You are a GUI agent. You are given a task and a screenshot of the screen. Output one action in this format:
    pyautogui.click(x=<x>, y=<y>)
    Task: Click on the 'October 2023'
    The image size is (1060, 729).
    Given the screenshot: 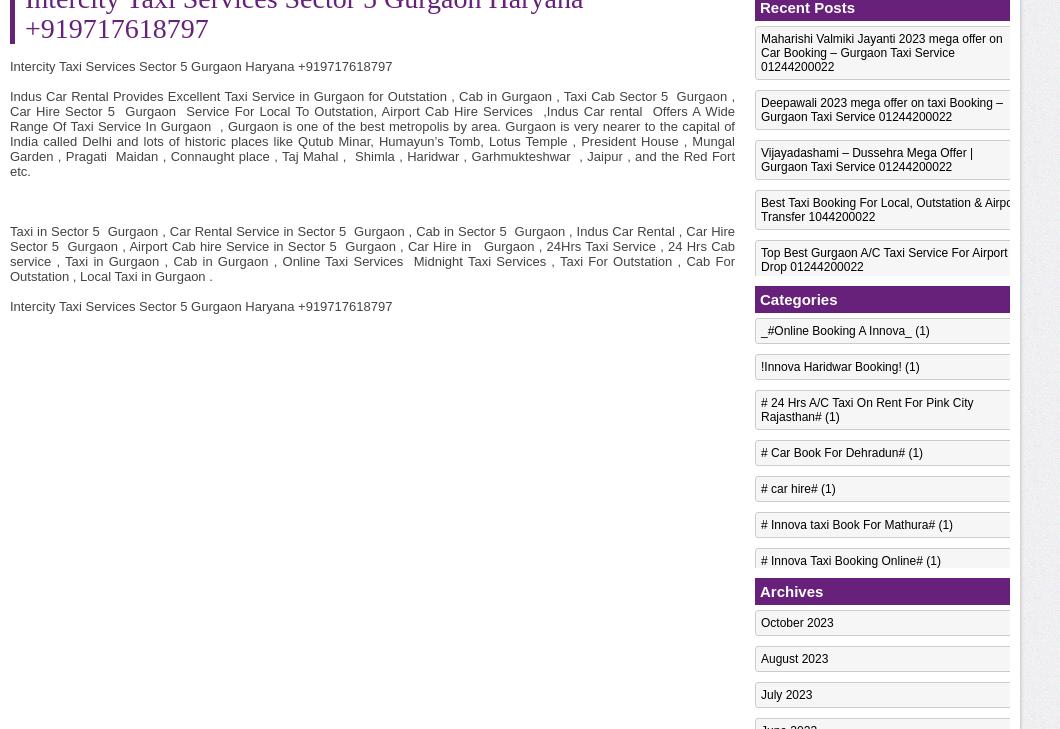 What is the action you would take?
    pyautogui.click(x=797, y=623)
    